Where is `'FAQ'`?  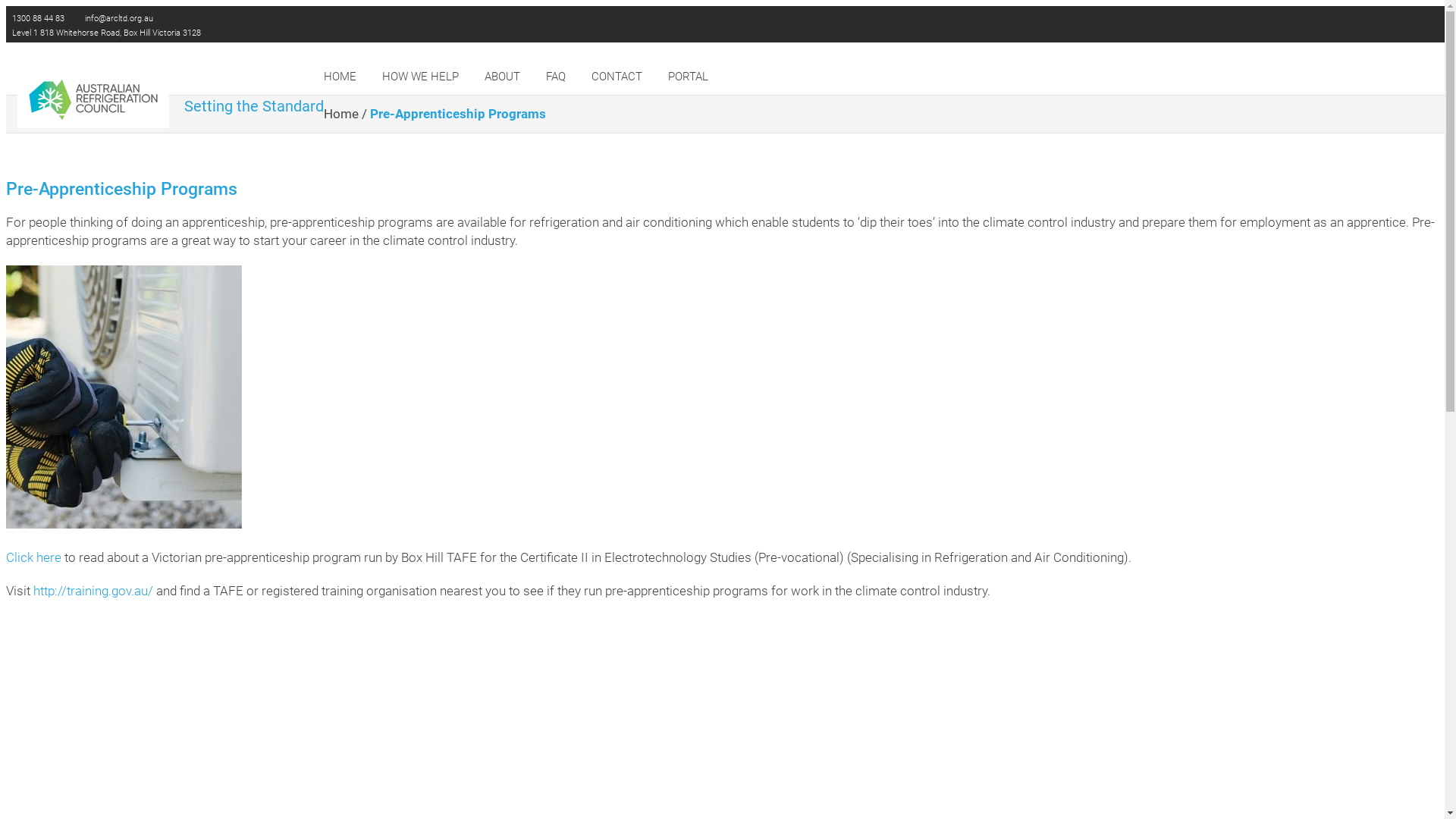 'FAQ' is located at coordinates (555, 76).